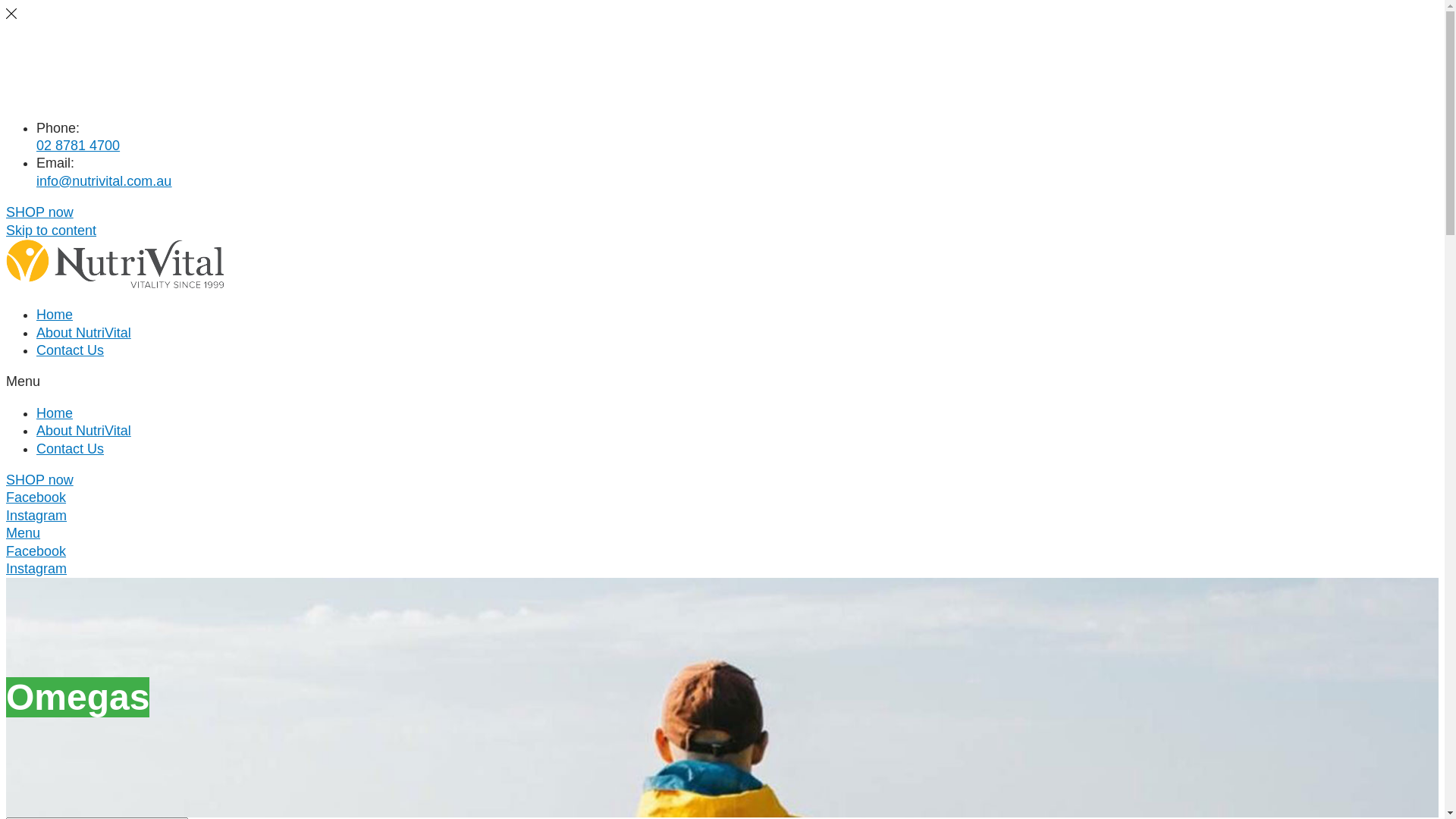 This screenshot has width=1456, height=819. Describe the element at coordinates (51, 231) in the screenshot. I see `'Skip to content'` at that location.